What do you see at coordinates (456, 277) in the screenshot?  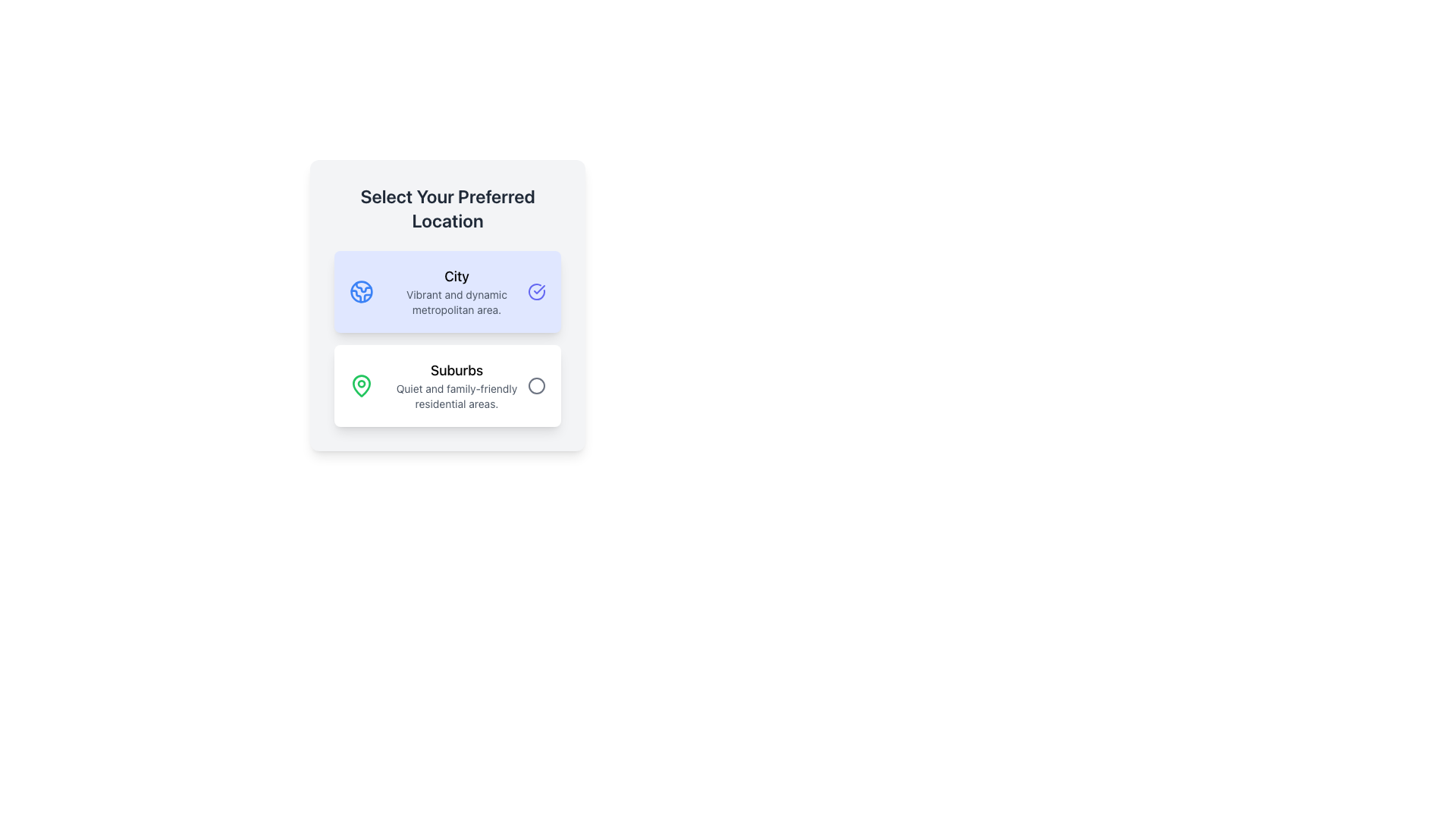 I see `the text label component that serves as the title for the card labeled 'City', which is bold and centered horizontally at the top of the card` at bounding box center [456, 277].